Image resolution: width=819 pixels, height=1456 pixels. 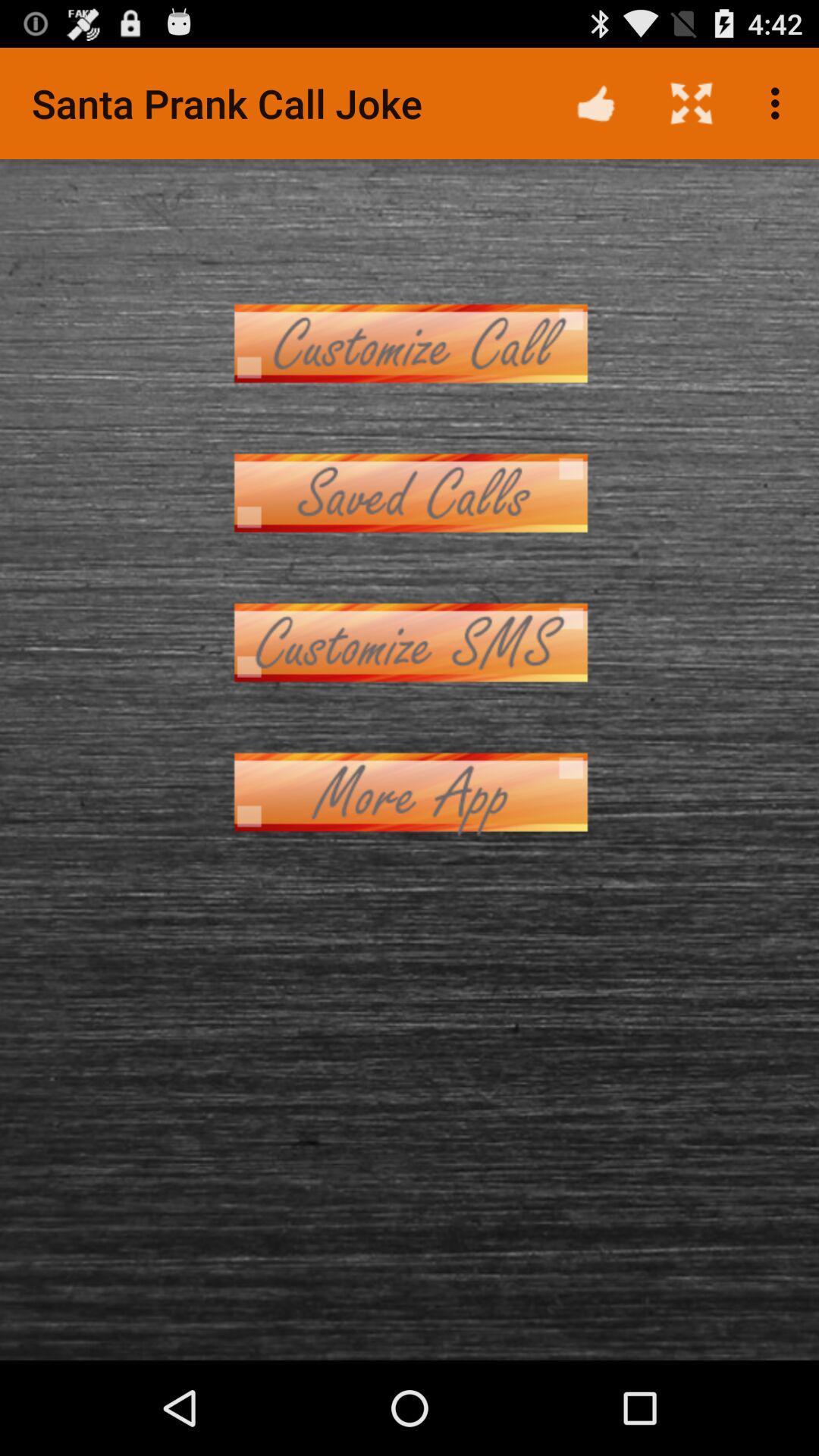 I want to click on customize sms, so click(x=409, y=642).